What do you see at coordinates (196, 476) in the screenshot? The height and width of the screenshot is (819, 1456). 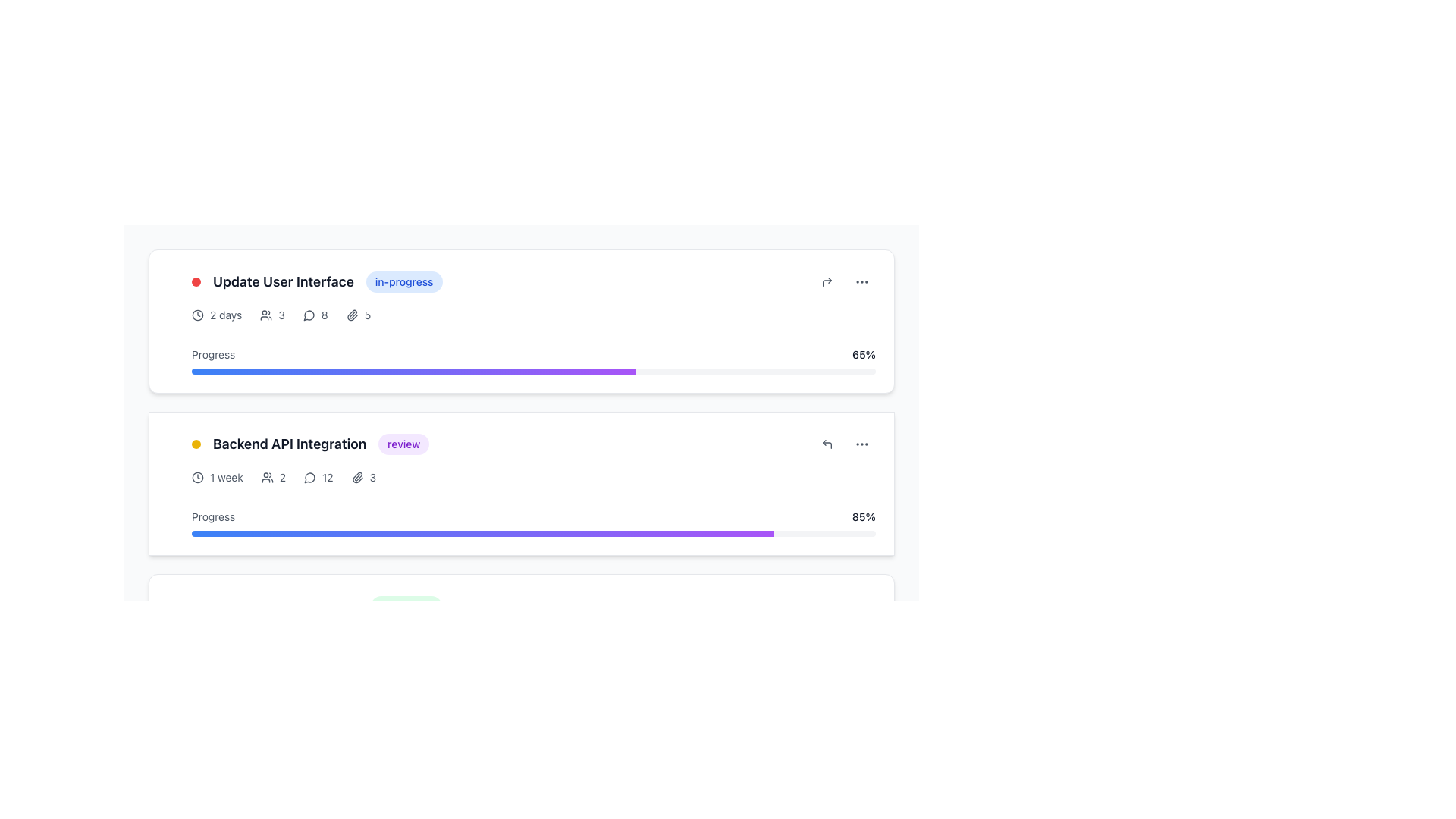 I see `the Clock icon located in the 'Backend API Integration' card, adjacent to the text '1 week', which is the first icon in a horizontal arrangement of icons and text showing task information` at bounding box center [196, 476].